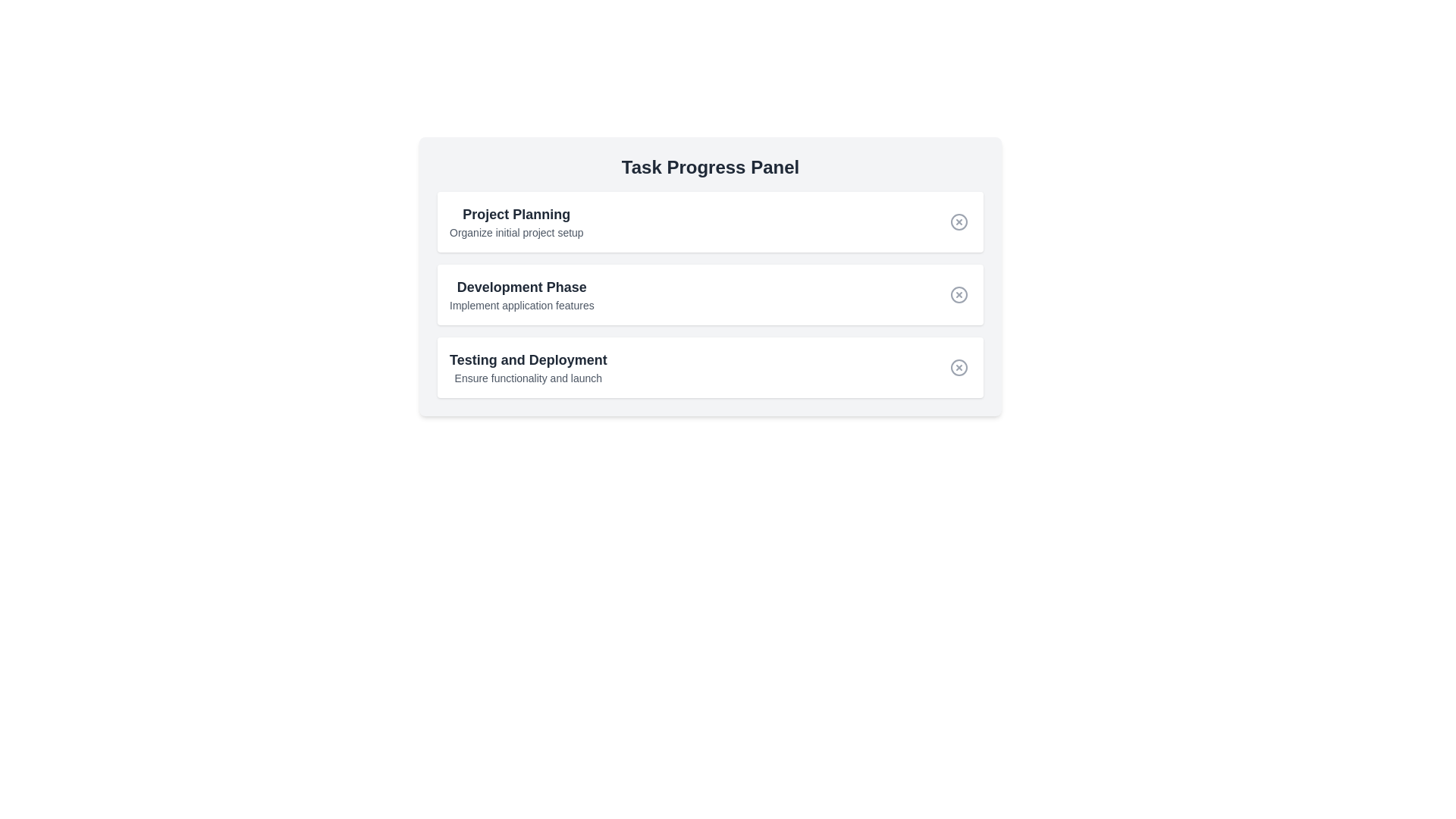 Image resolution: width=1456 pixels, height=819 pixels. I want to click on the 'Development Phase' informational card, which is the second card in the vertically stacked list within the 'Task Progress Panel', so click(709, 277).